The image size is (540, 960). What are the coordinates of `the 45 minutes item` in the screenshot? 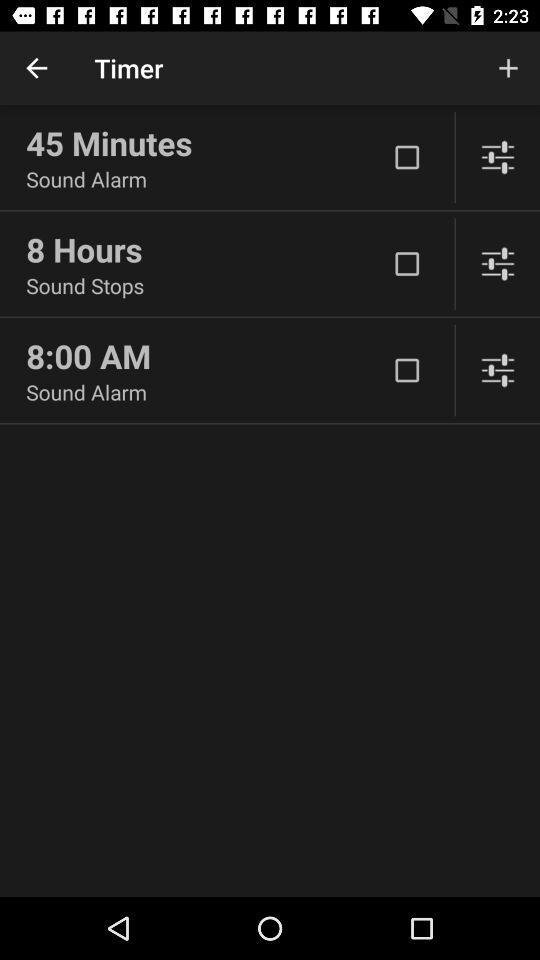 It's located at (205, 142).